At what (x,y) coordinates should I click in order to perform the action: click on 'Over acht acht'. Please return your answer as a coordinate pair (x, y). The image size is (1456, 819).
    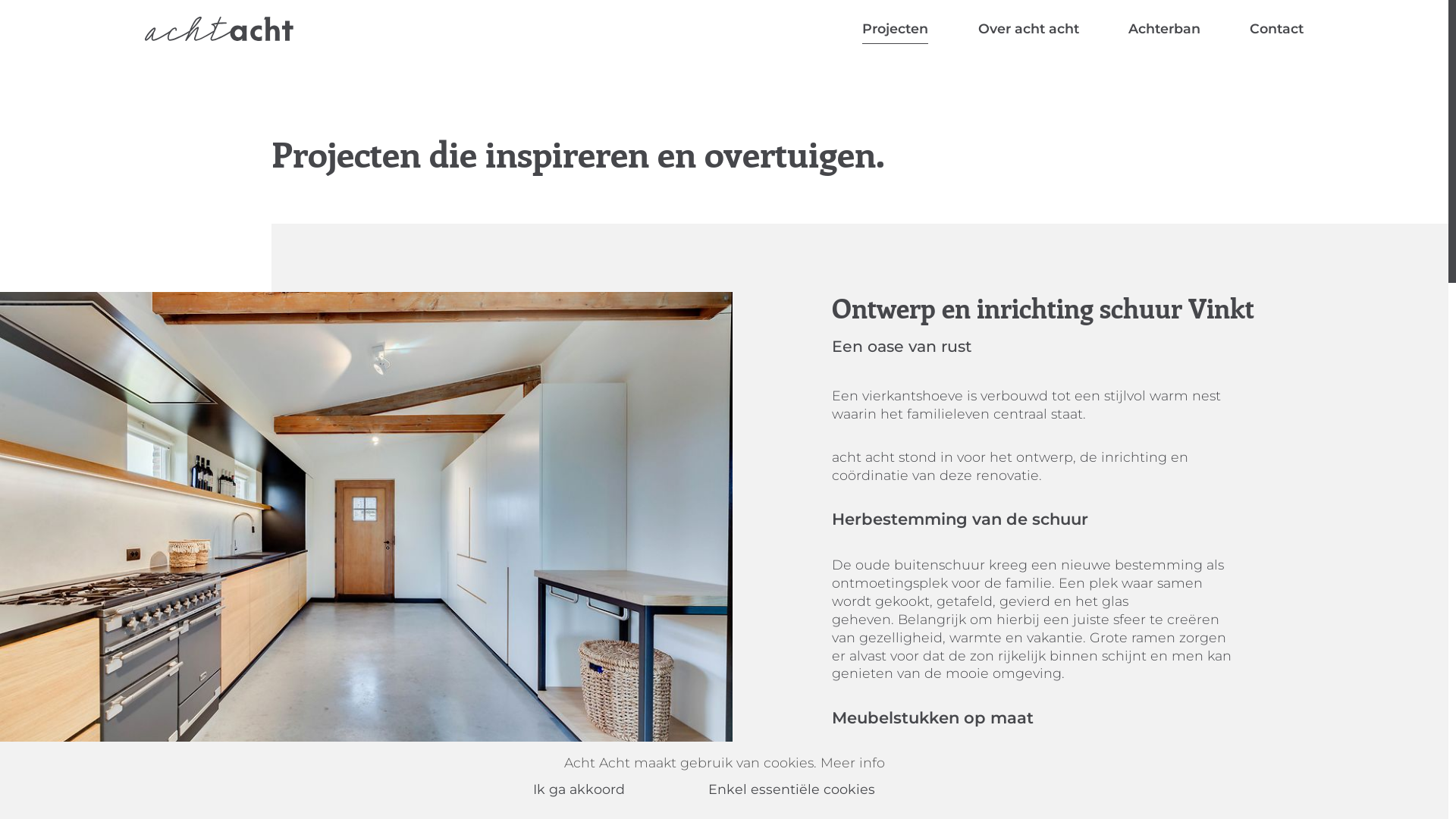
    Looking at the image, I should click on (1028, 29).